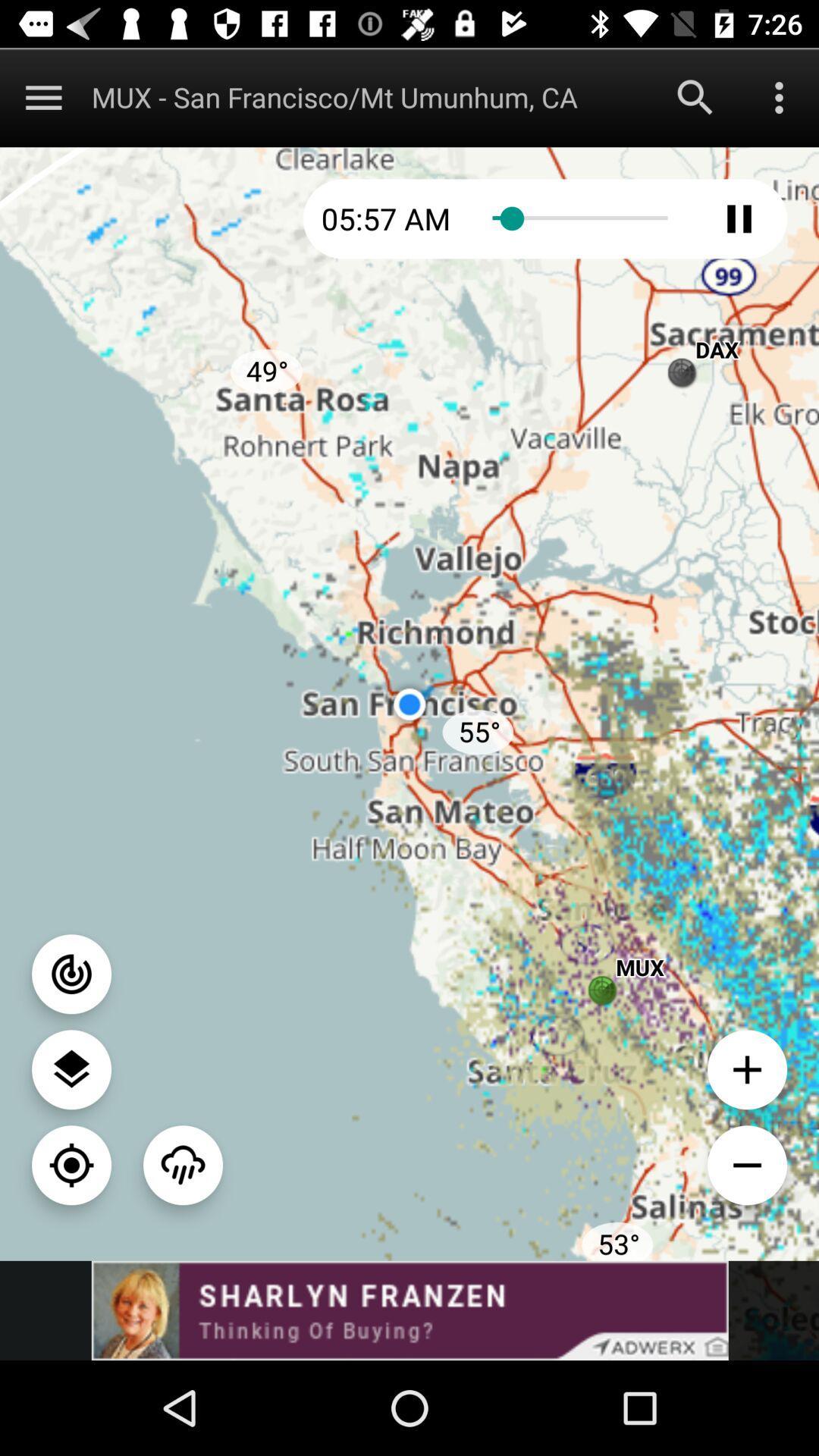 Image resolution: width=819 pixels, height=1456 pixels. What do you see at coordinates (71, 1068) in the screenshot?
I see `change visible layers` at bounding box center [71, 1068].